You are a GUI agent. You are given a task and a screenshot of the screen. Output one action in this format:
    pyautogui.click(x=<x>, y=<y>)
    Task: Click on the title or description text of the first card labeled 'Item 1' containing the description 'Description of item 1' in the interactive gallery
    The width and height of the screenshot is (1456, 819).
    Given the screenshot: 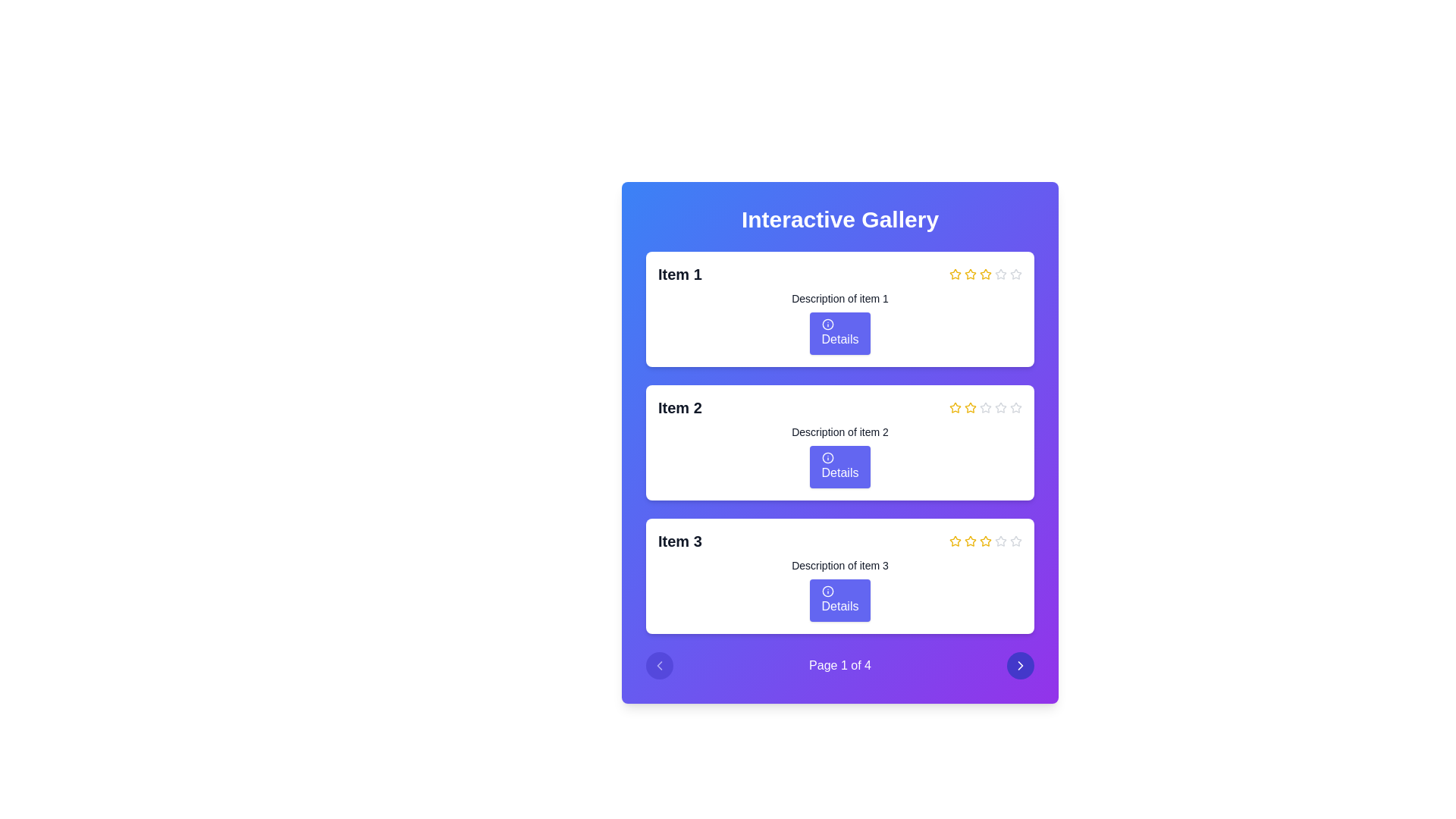 What is the action you would take?
    pyautogui.click(x=839, y=309)
    